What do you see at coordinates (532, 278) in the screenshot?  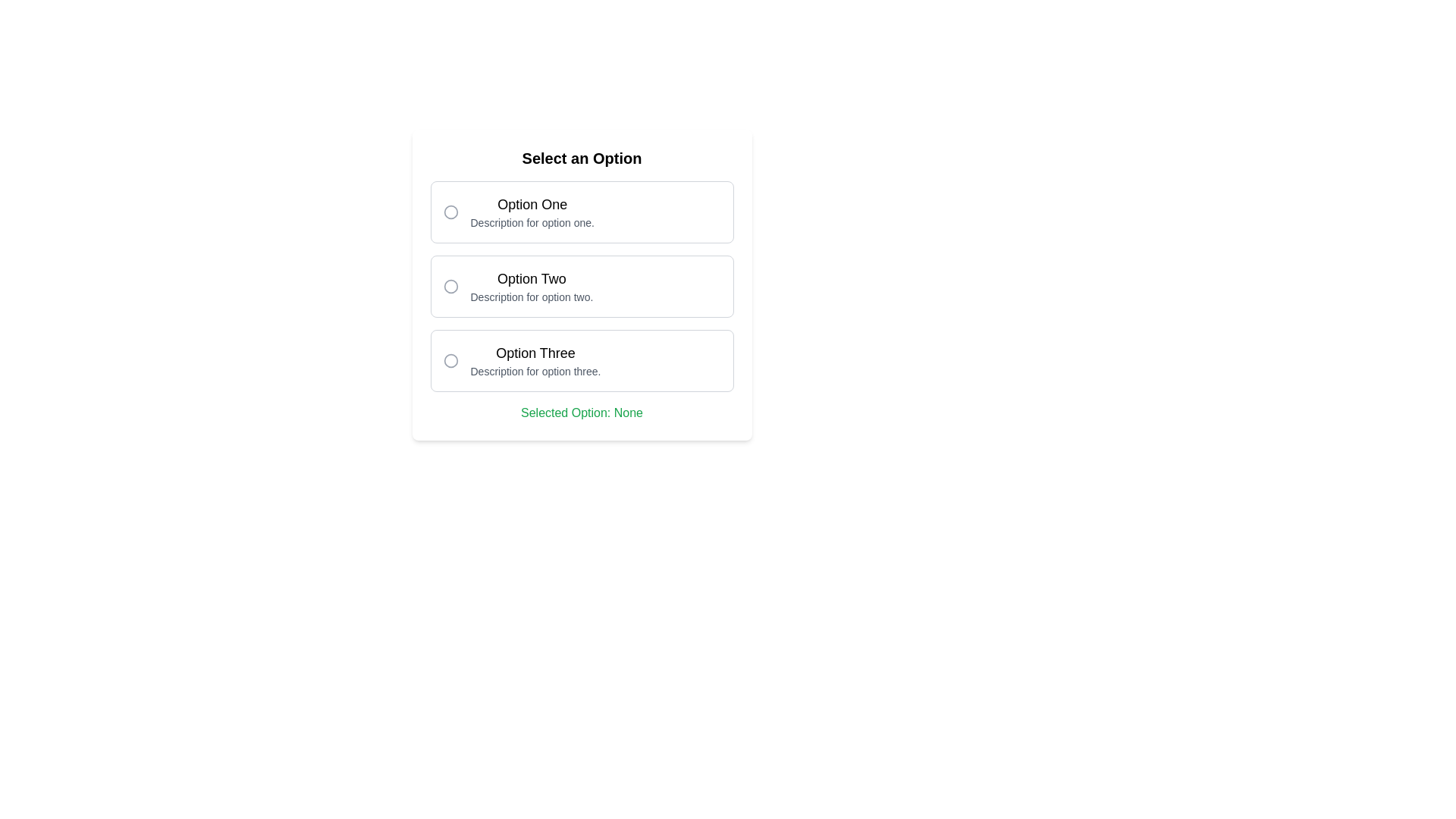 I see `the text label 'Option Two' which is styled with a medium font size and bold weight, located in the second option box of a list of three selectable options` at bounding box center [532, 278].